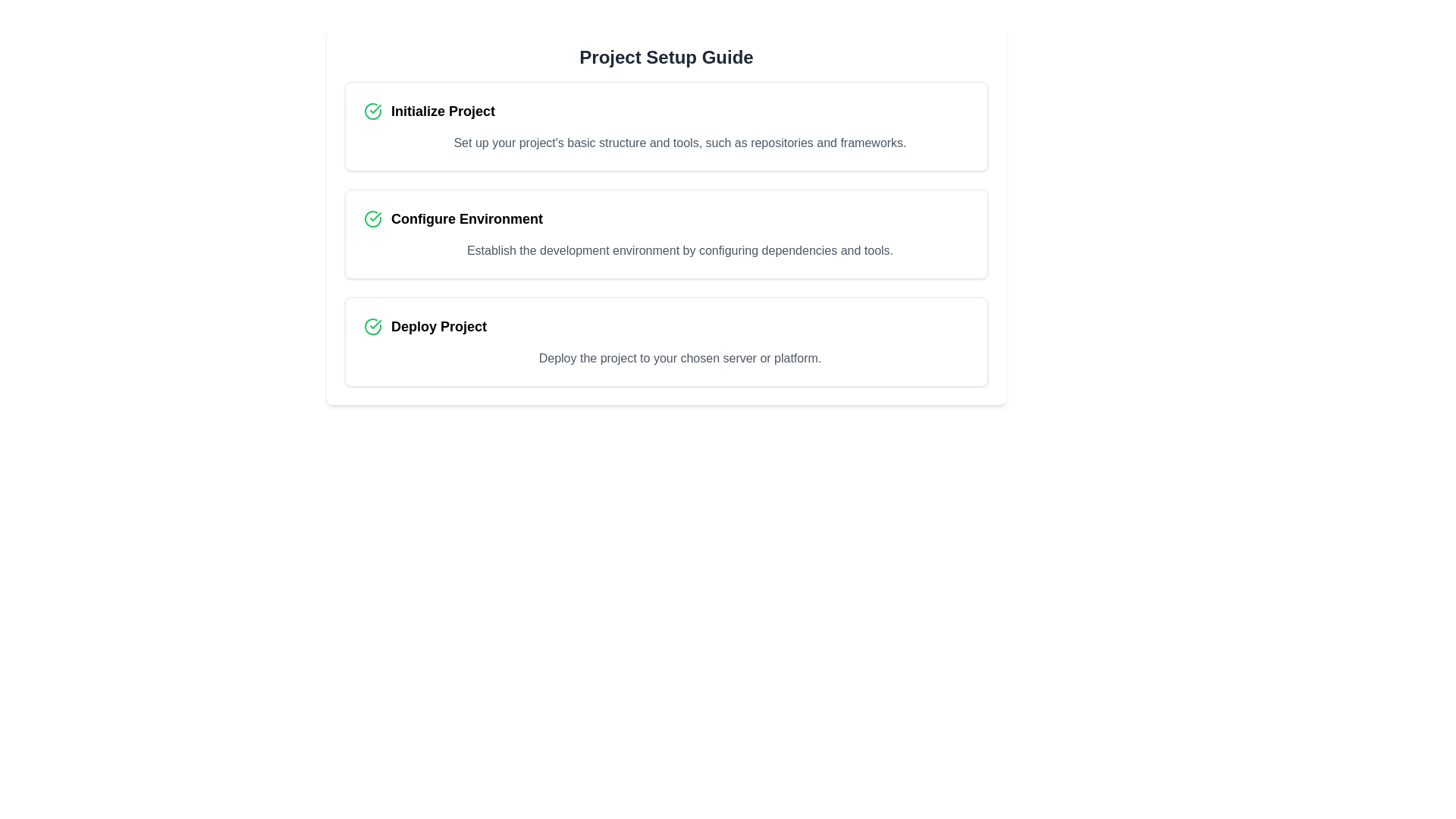  Describe the element at coordinates (679, 250) in the screenshot. I see `the text description containing the phrase 'Establish the development environment by configuring dependencies and tools.' which is styled in gray and positioned below the title 'Configure Environment'` at that location.